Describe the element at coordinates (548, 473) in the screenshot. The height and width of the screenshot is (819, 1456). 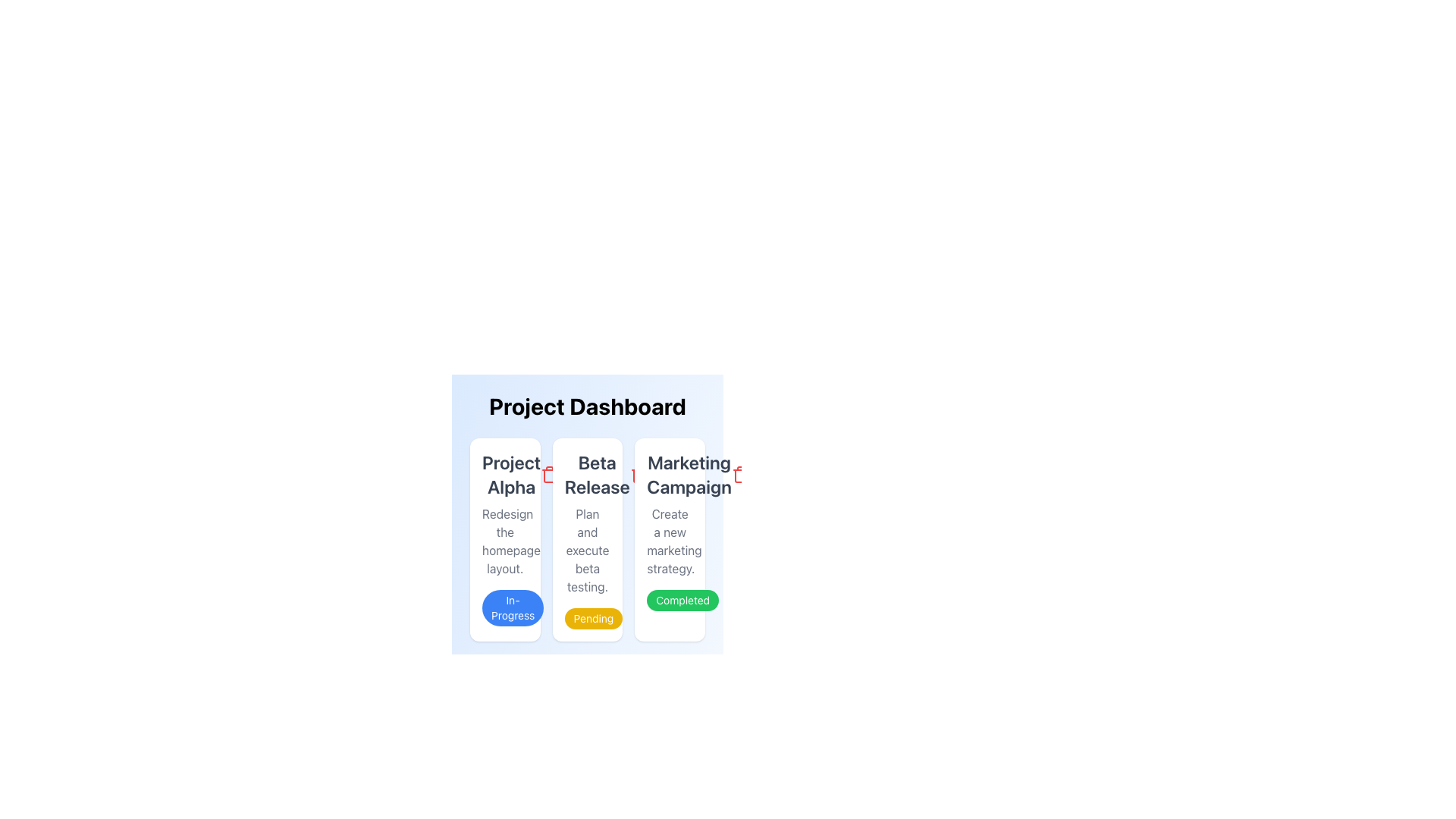
I see `the delete icon button located in the top-right corner of the 'Project Alpha' card` at that location.